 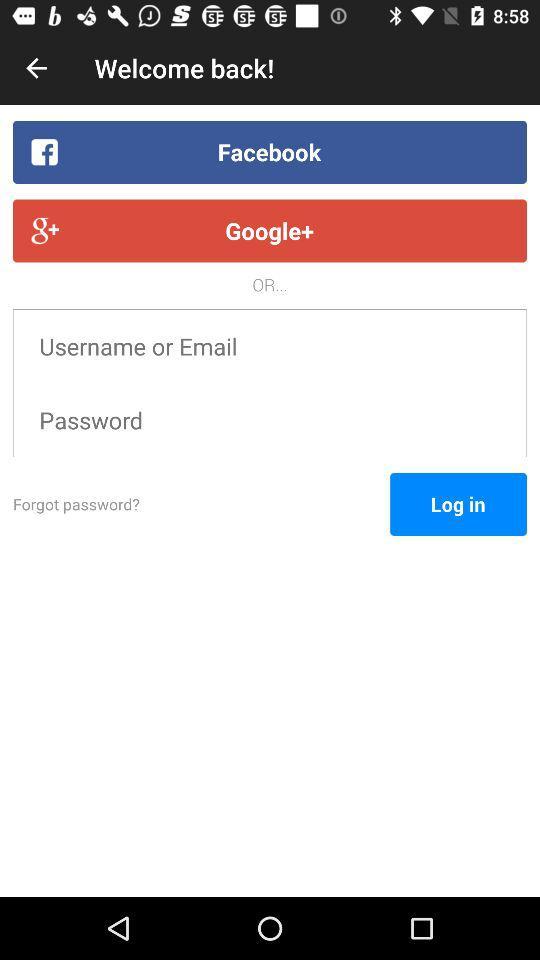 I want to click on the item next to the welcome back! icon, so click(x=36, y=68).